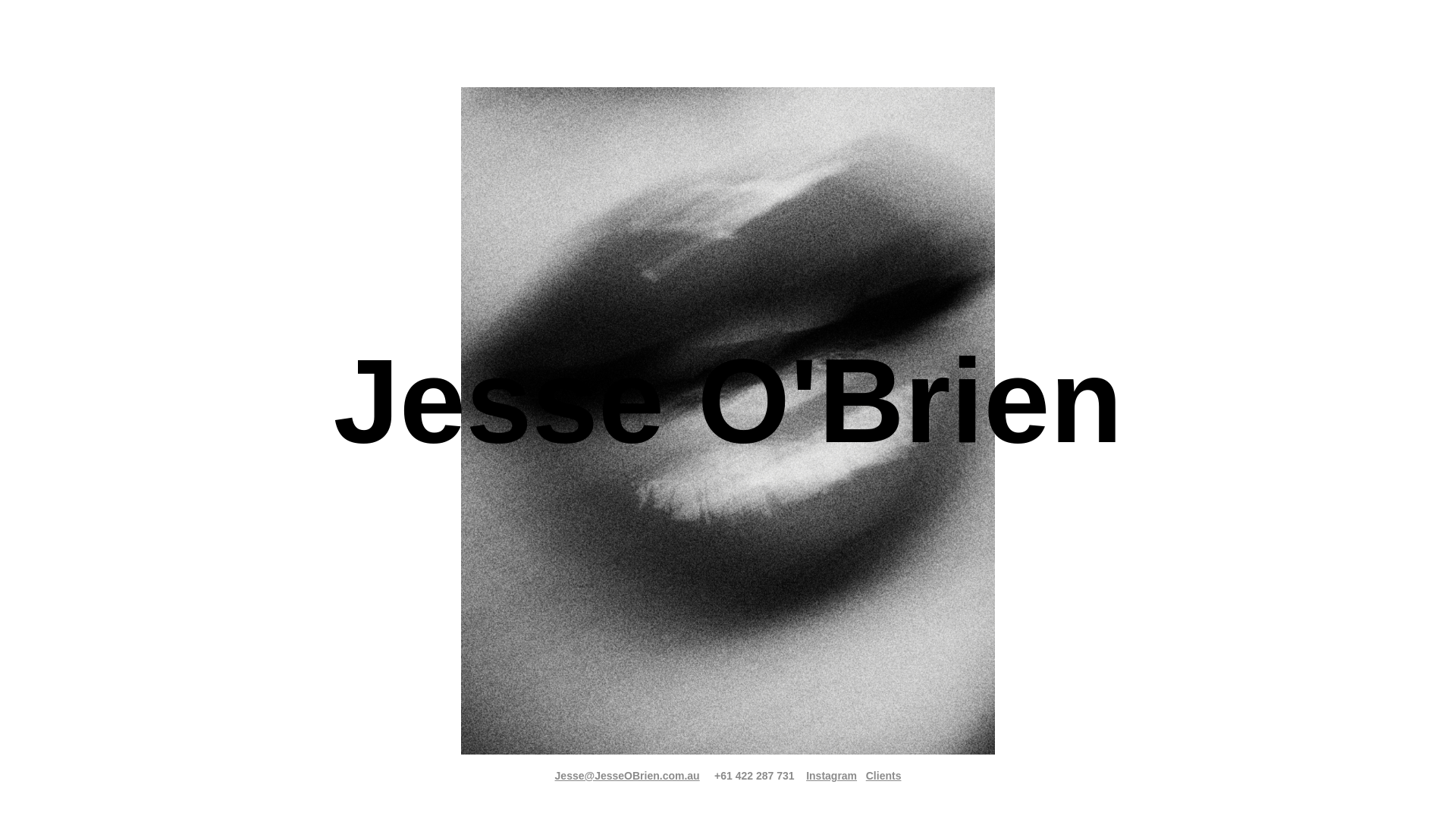 Image resolution: width=1456 pixels, height=819 pixels. What do you see at coordinates (883, 775) in the screenshot?
I see `'Clients'` at bounding box center [883, 775].